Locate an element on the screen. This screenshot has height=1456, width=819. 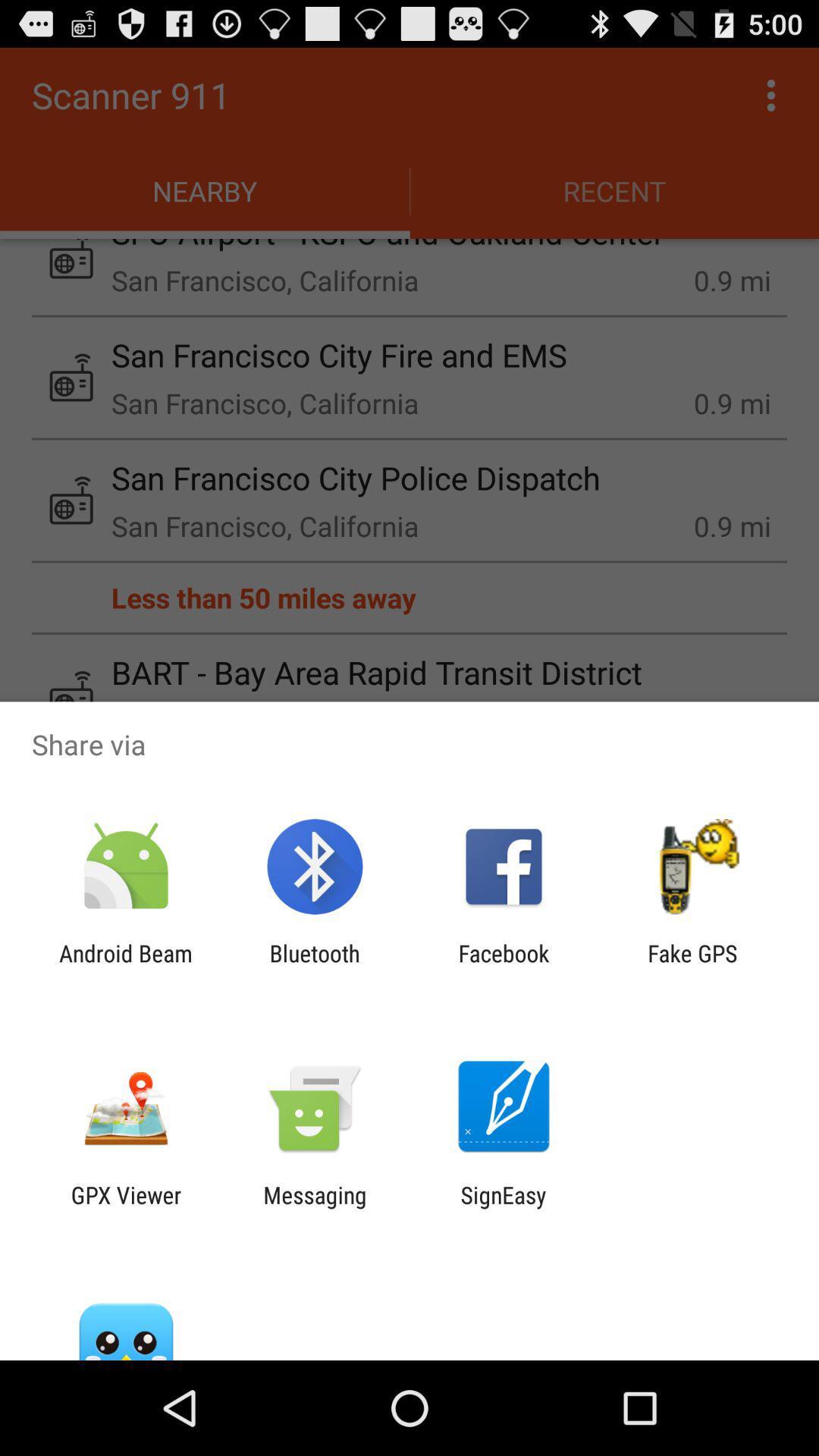
the item next to the facebook item is located at coordinates (314, 966).